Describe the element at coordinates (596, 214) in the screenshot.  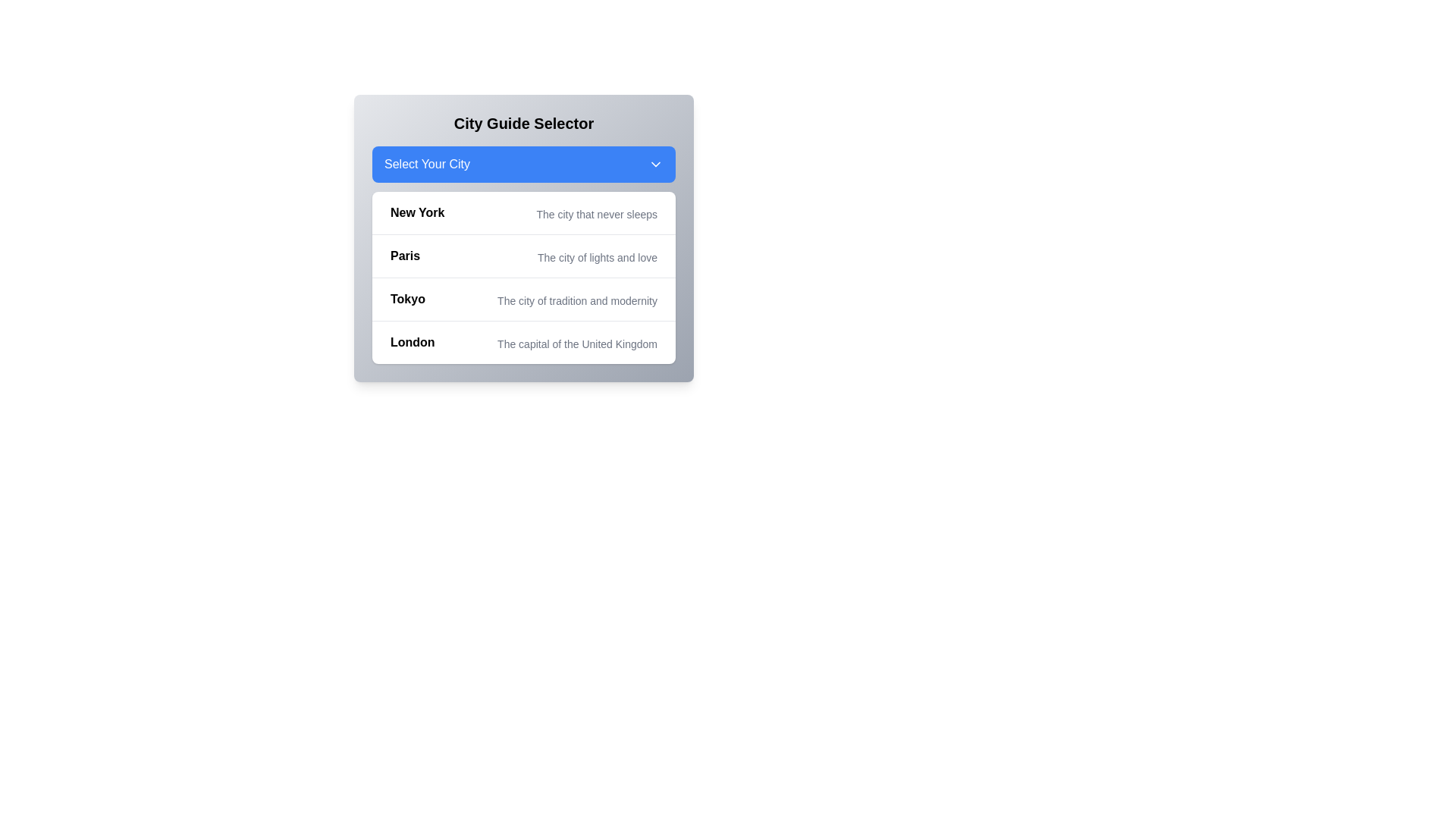
I see `the descriptive subtitle label for the city of 'New York' located in the dropdown-style interface, situated to the right of the 'New York' title` at that location.